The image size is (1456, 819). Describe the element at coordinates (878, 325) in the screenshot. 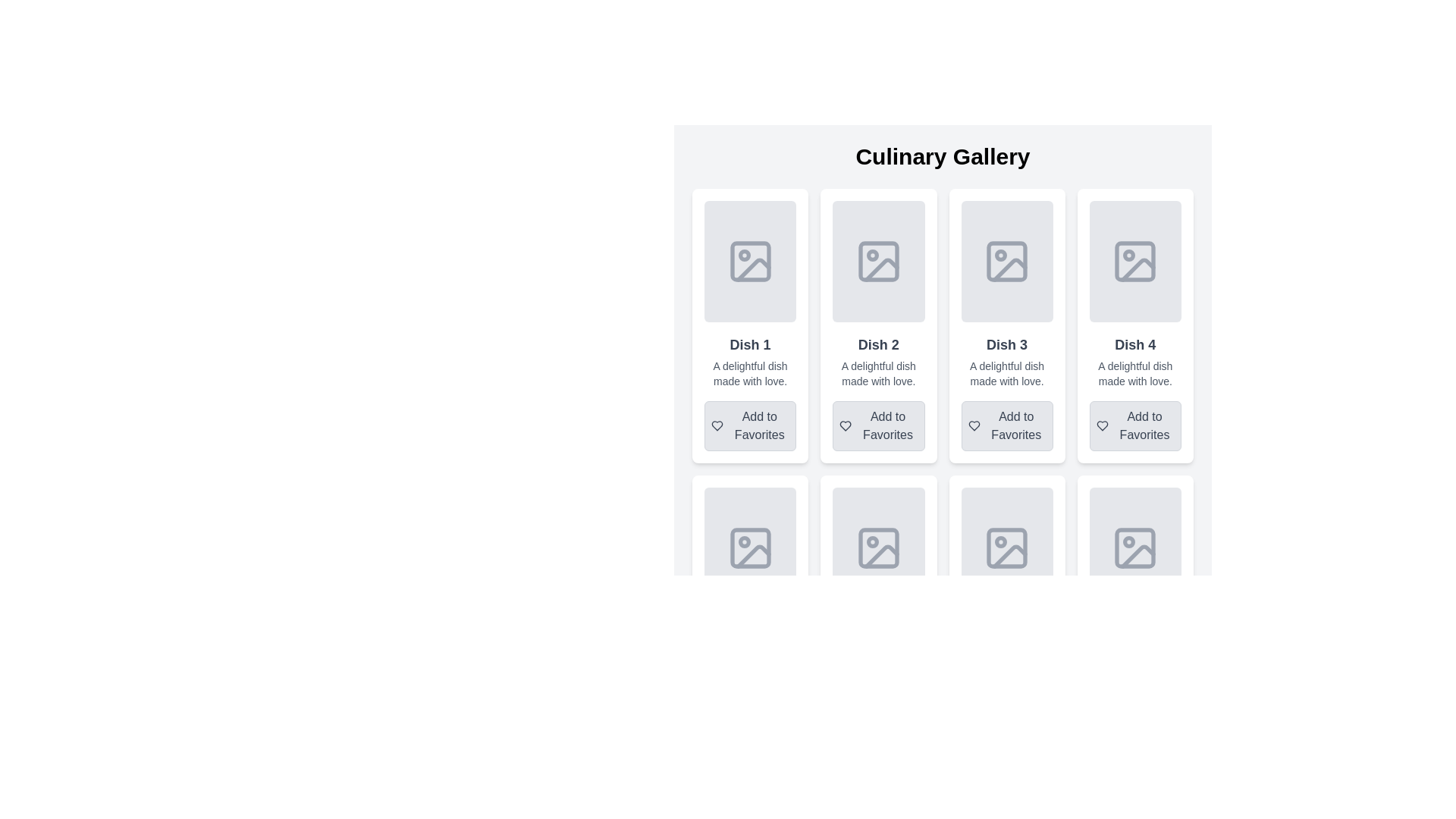

I see `the 'Add to Favorites' button on the Card component displaying information about a dish, located in the top row, second column of the grid` at that location.